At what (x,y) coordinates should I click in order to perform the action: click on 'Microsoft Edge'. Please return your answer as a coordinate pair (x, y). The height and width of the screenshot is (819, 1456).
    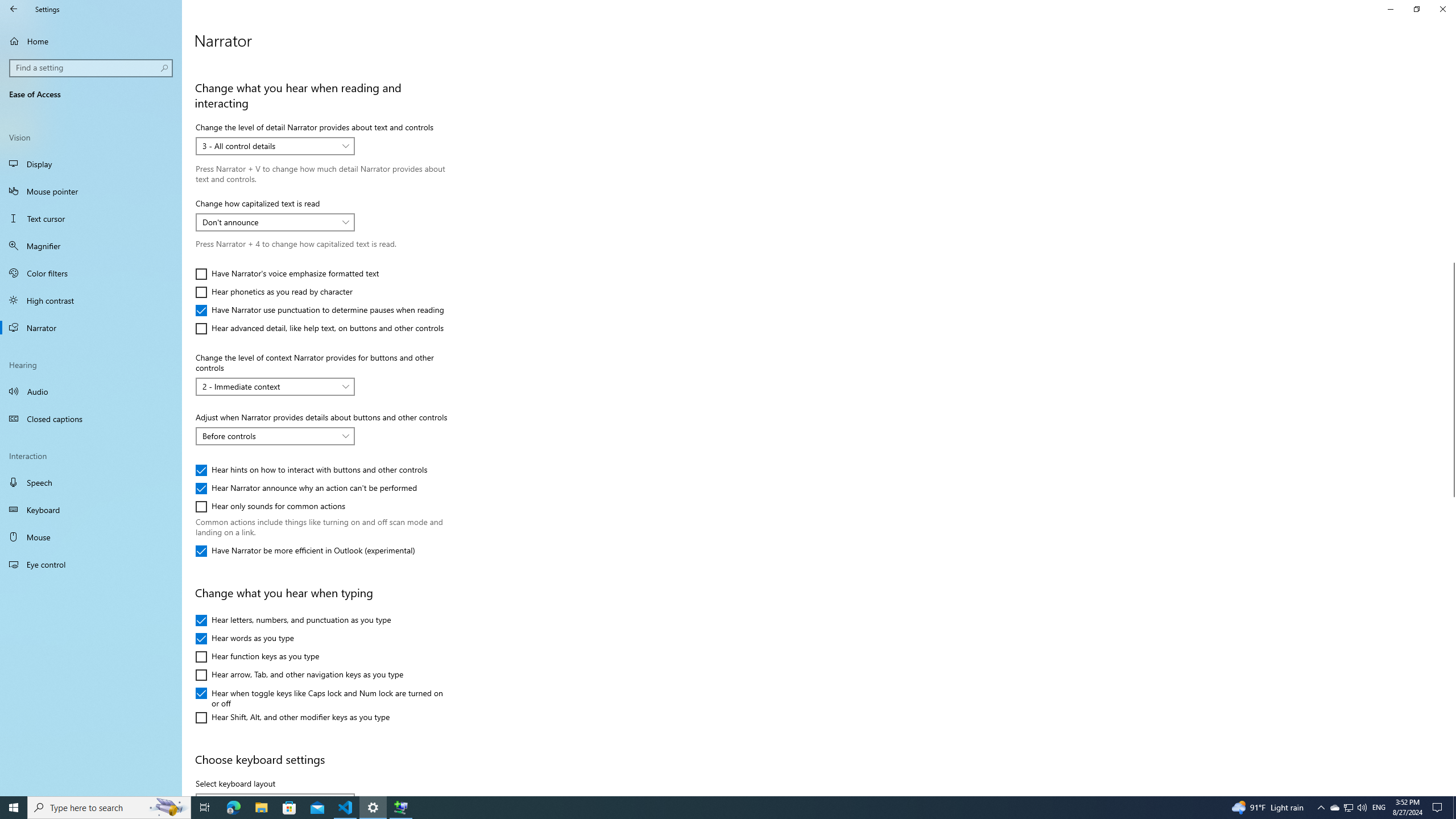
    Looking at the image, I should click on (233, 806).